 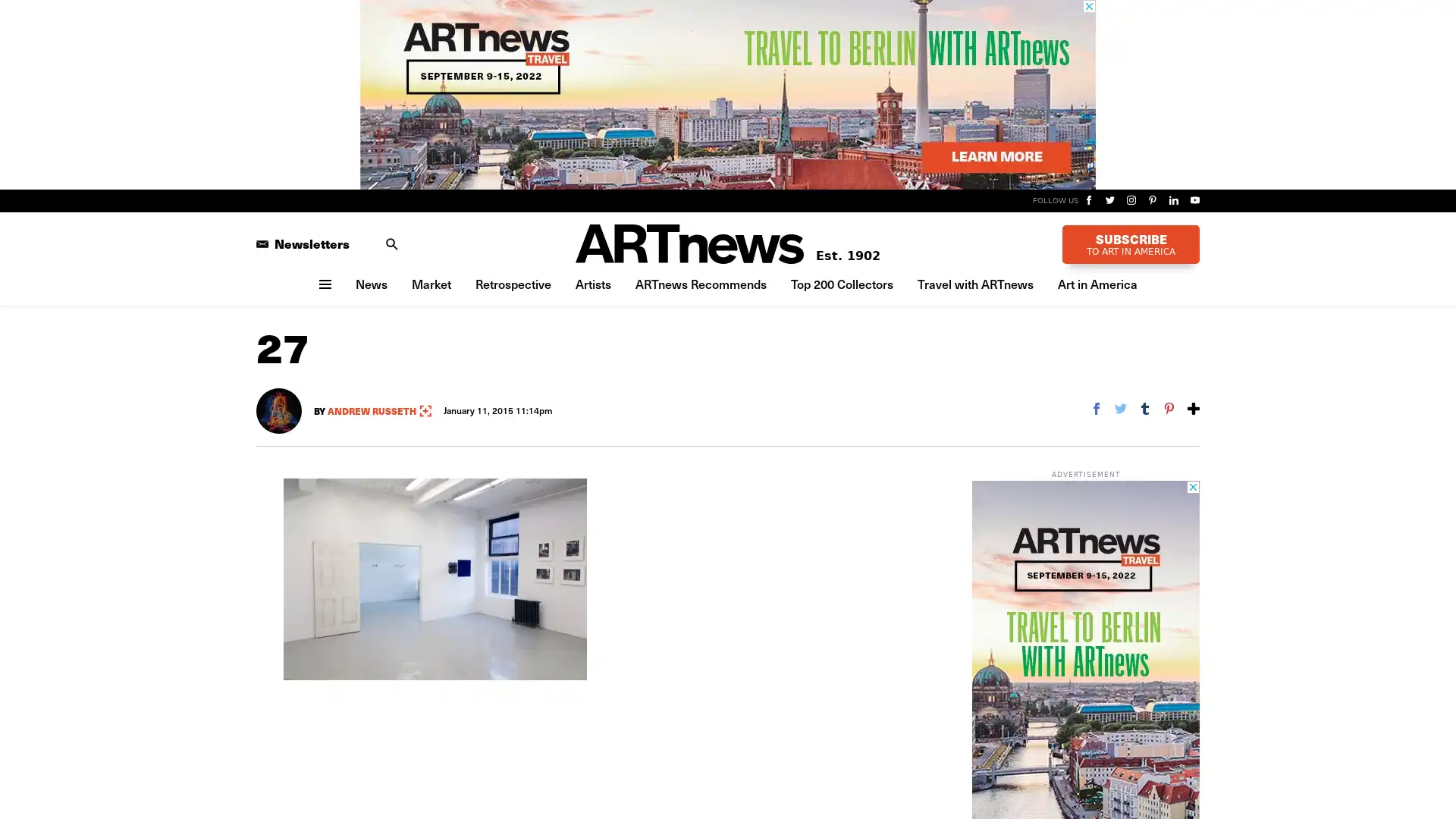 I want to click on Plus Icon Click to expand the Mega Menu, so click(x=323, y=284).